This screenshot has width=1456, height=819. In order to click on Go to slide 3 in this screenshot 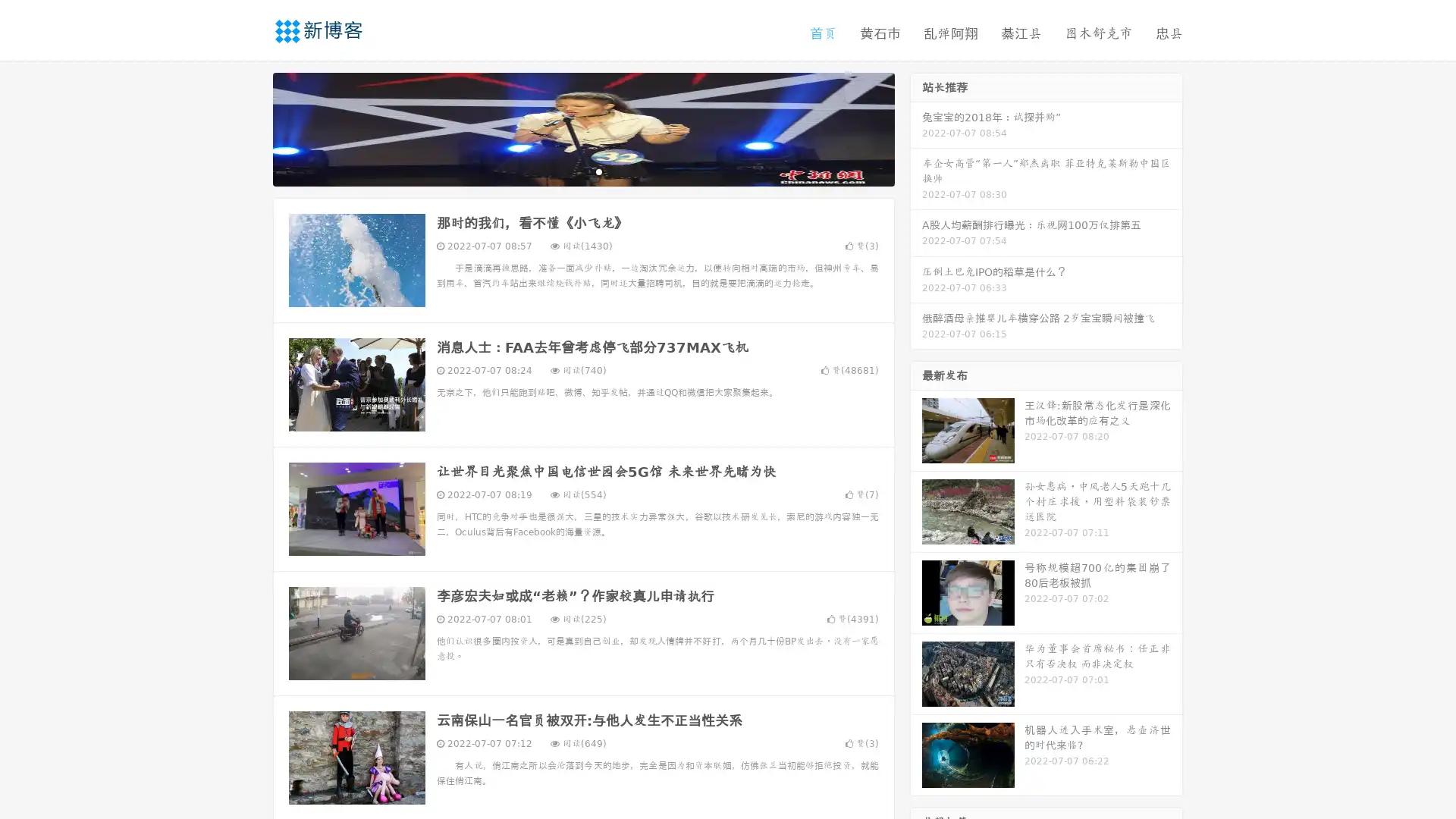, I will do `click(598, 171)`.